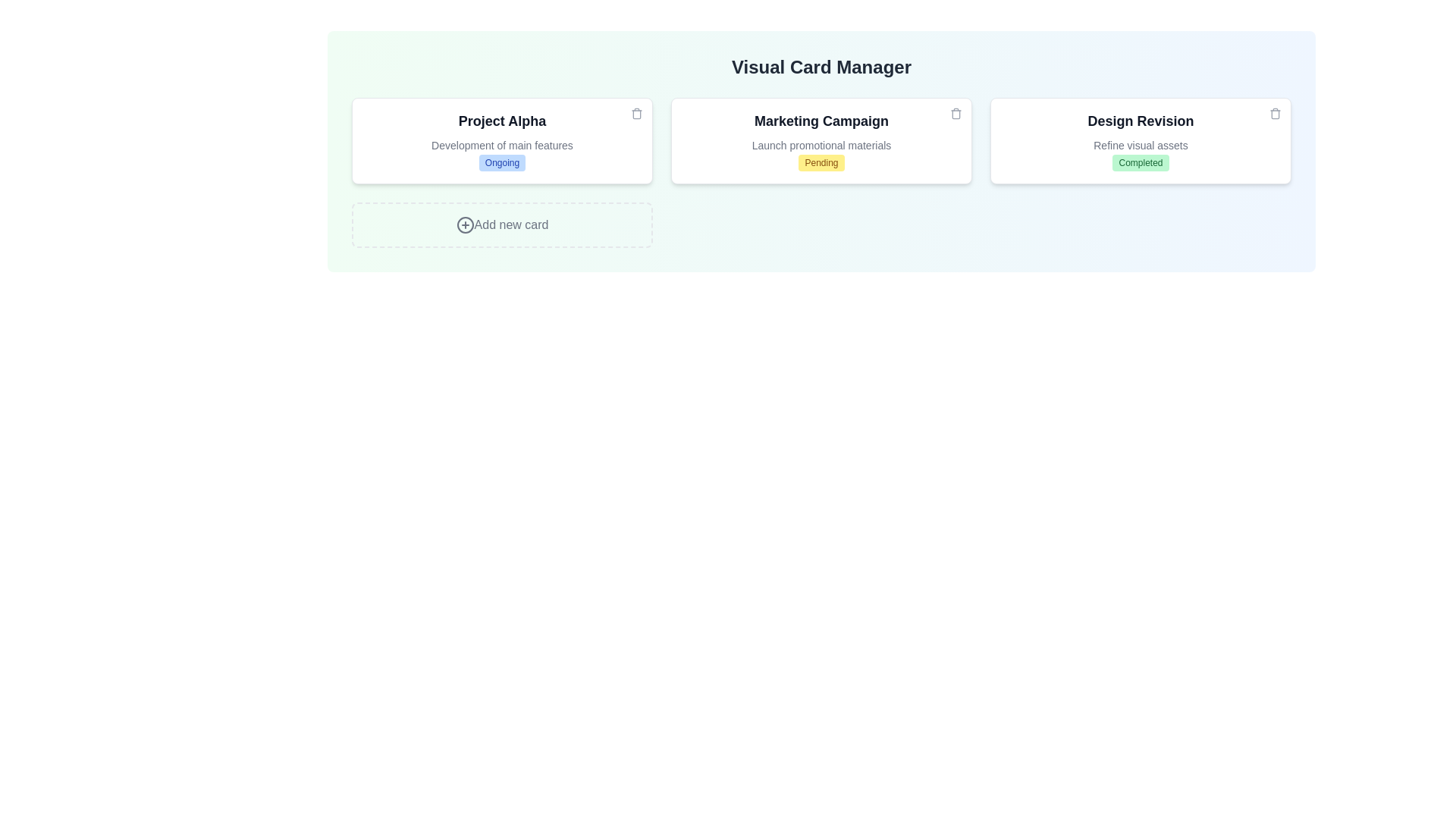 The height and width of the screenshot is (819, 1456). What do you see at coordinates (821, 163) in the screenshot?
I see `the status badge with the text Pending` at bounding box center [821, 163].